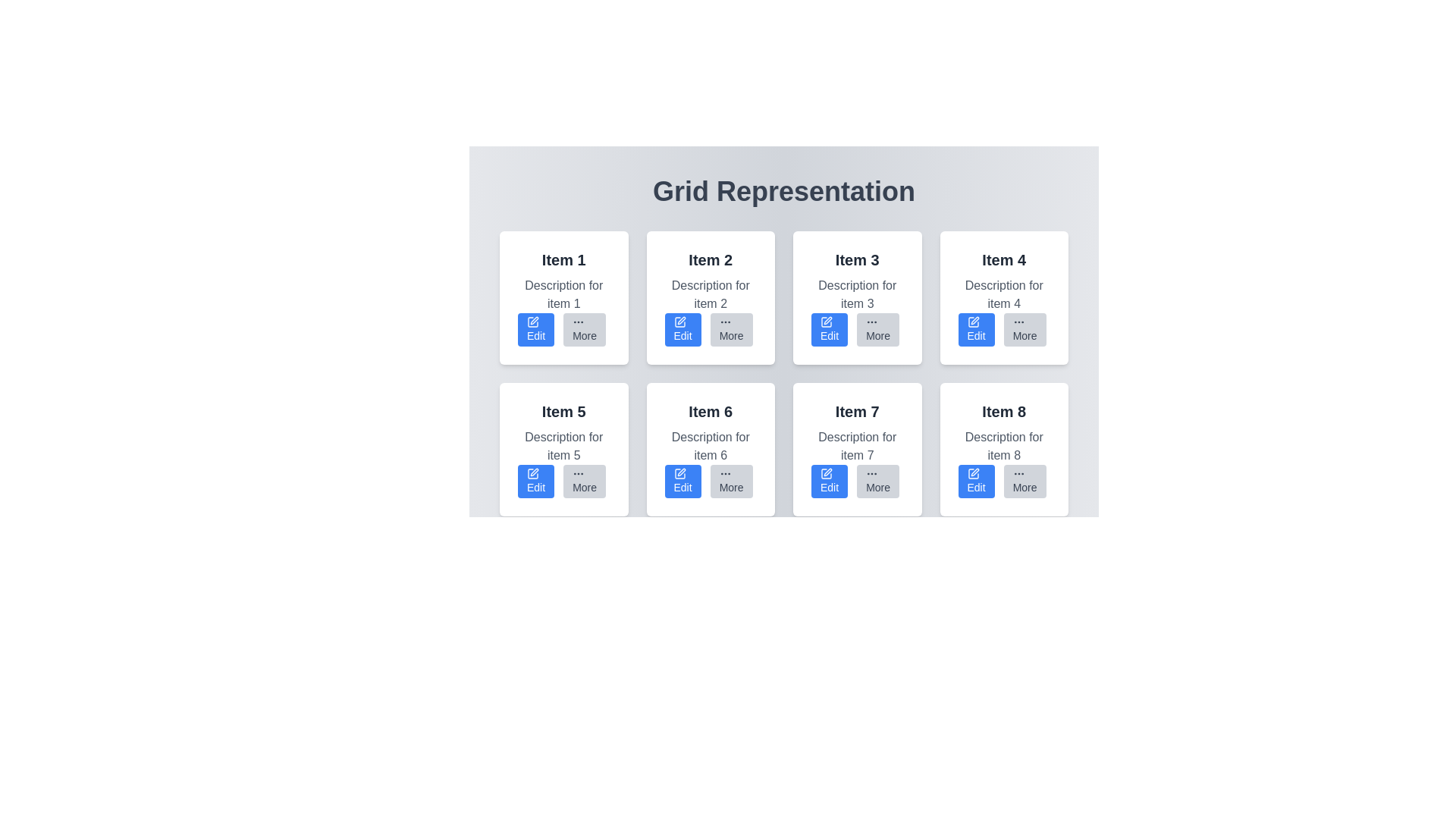 This screenshot has height=819, width=1456. What do you see at coordinates (535, 320) in the screenshot?
I see `the pen icon located in the 'Edit' button of the top-left card labeled 'Item 1'` at bounding box center [535, 320].